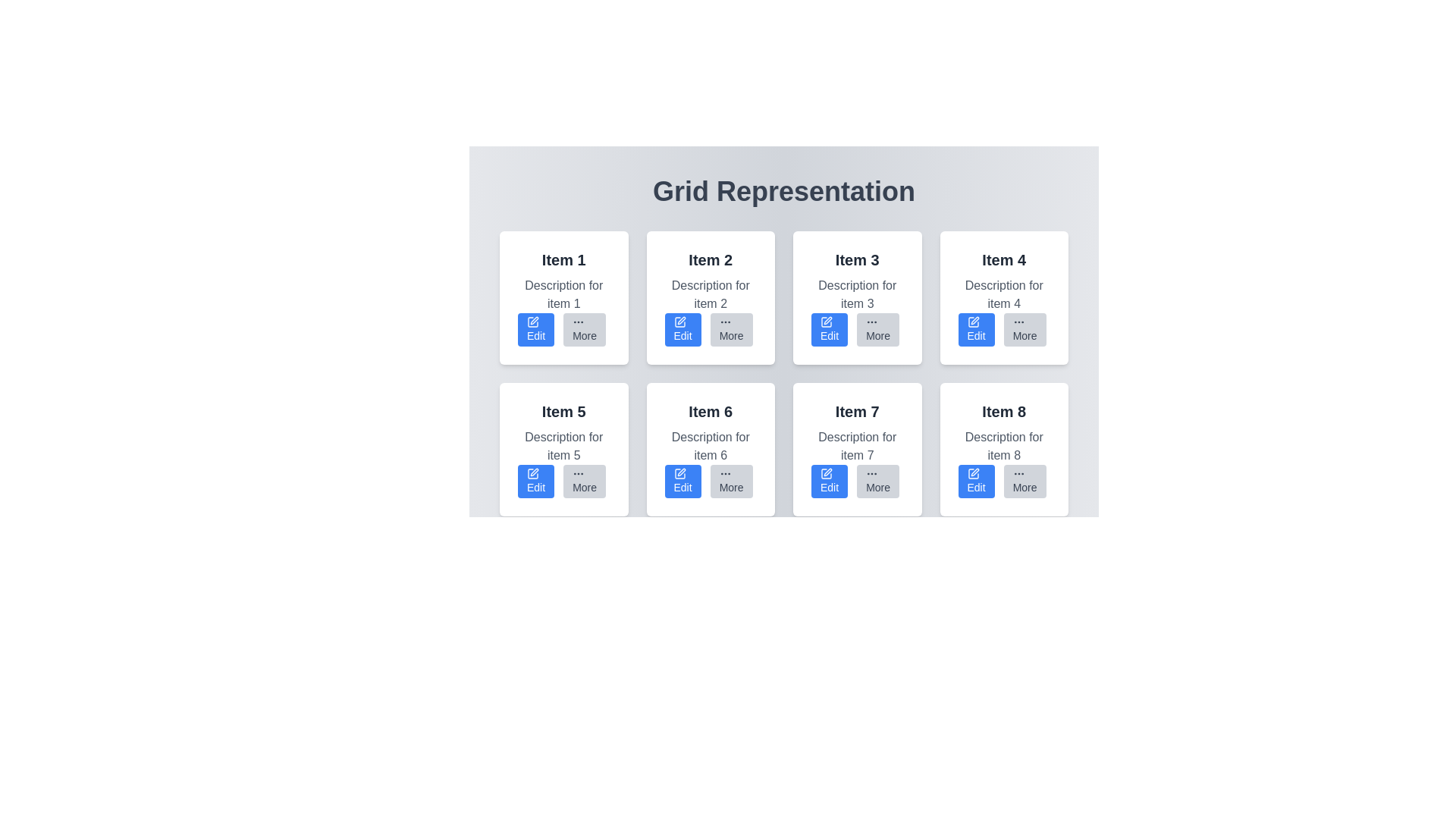 This screenshot has height=819, width=1456. What do you see at coordinates (535, 320) in the screenshot?
I see `the pen icon located in the 'Edit' button of the top-left card labeled 'Item 1'` at bounding box center [535, 320].